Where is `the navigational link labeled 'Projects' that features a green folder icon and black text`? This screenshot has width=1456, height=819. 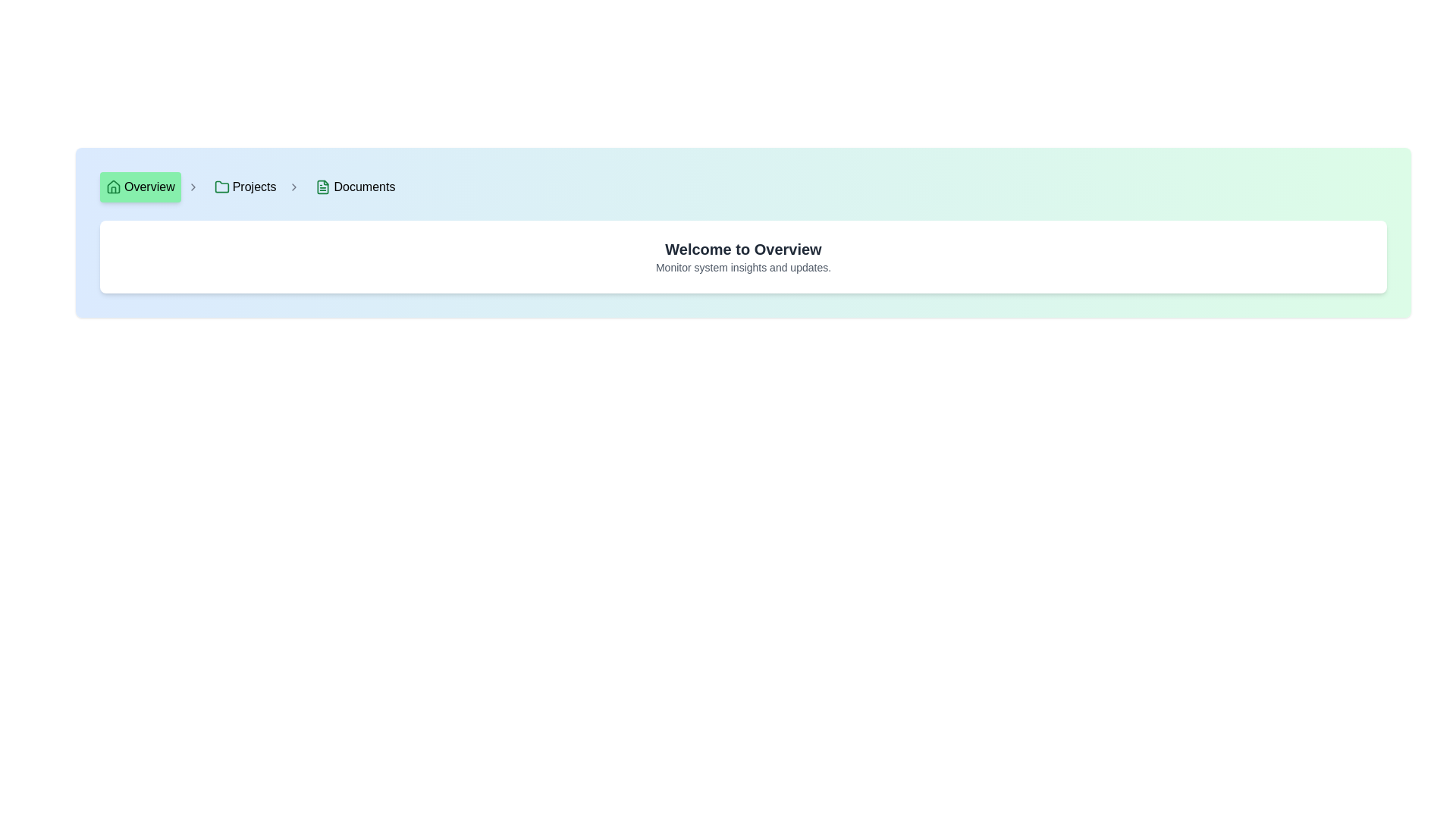
the navigational link labeled 'Projects' that features a green folder icon and black text is located at coordinates (245, 186).